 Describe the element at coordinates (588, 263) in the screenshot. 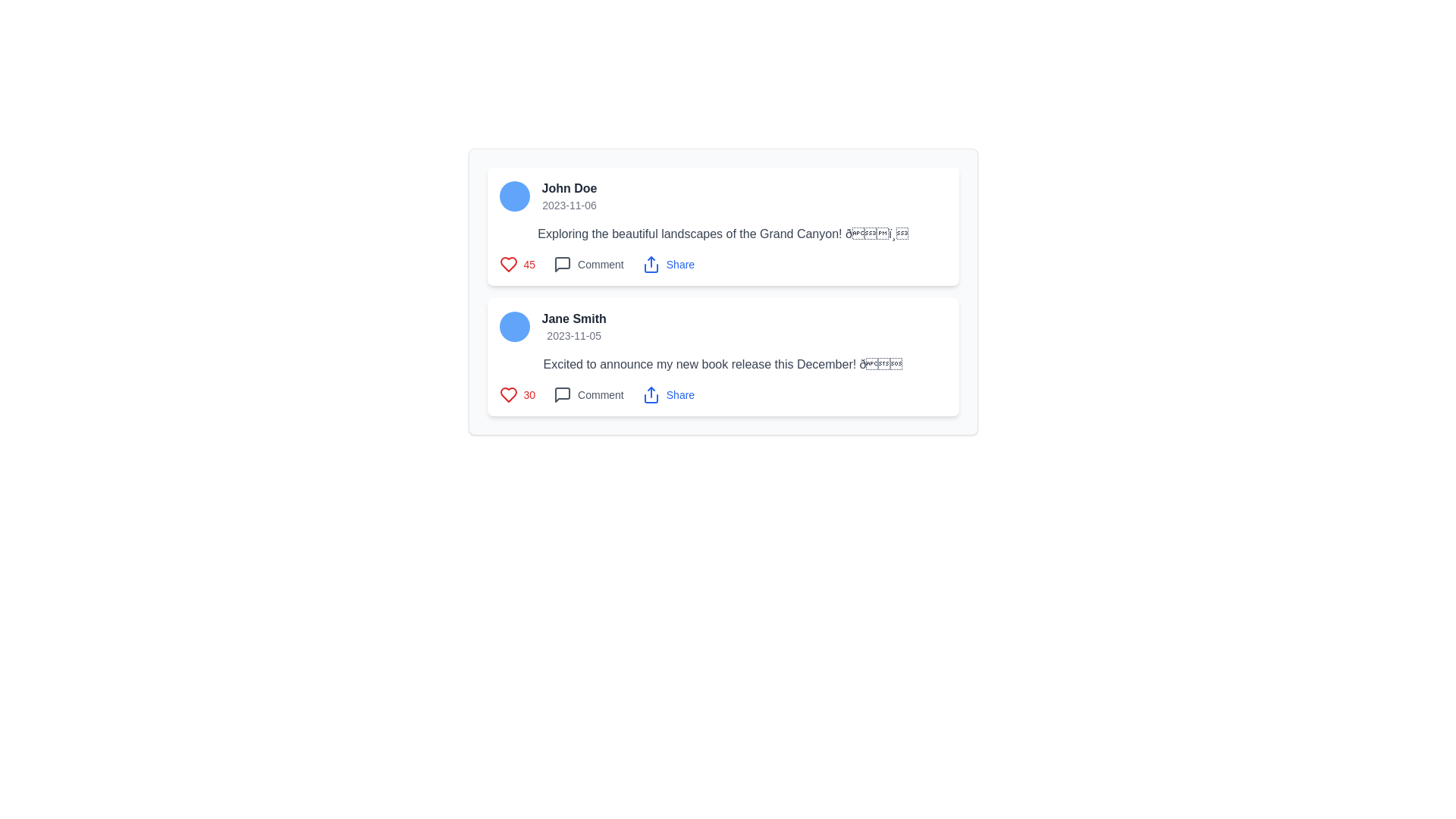

I see `the comment button located in the middle action area of John Doe's post` at that location.